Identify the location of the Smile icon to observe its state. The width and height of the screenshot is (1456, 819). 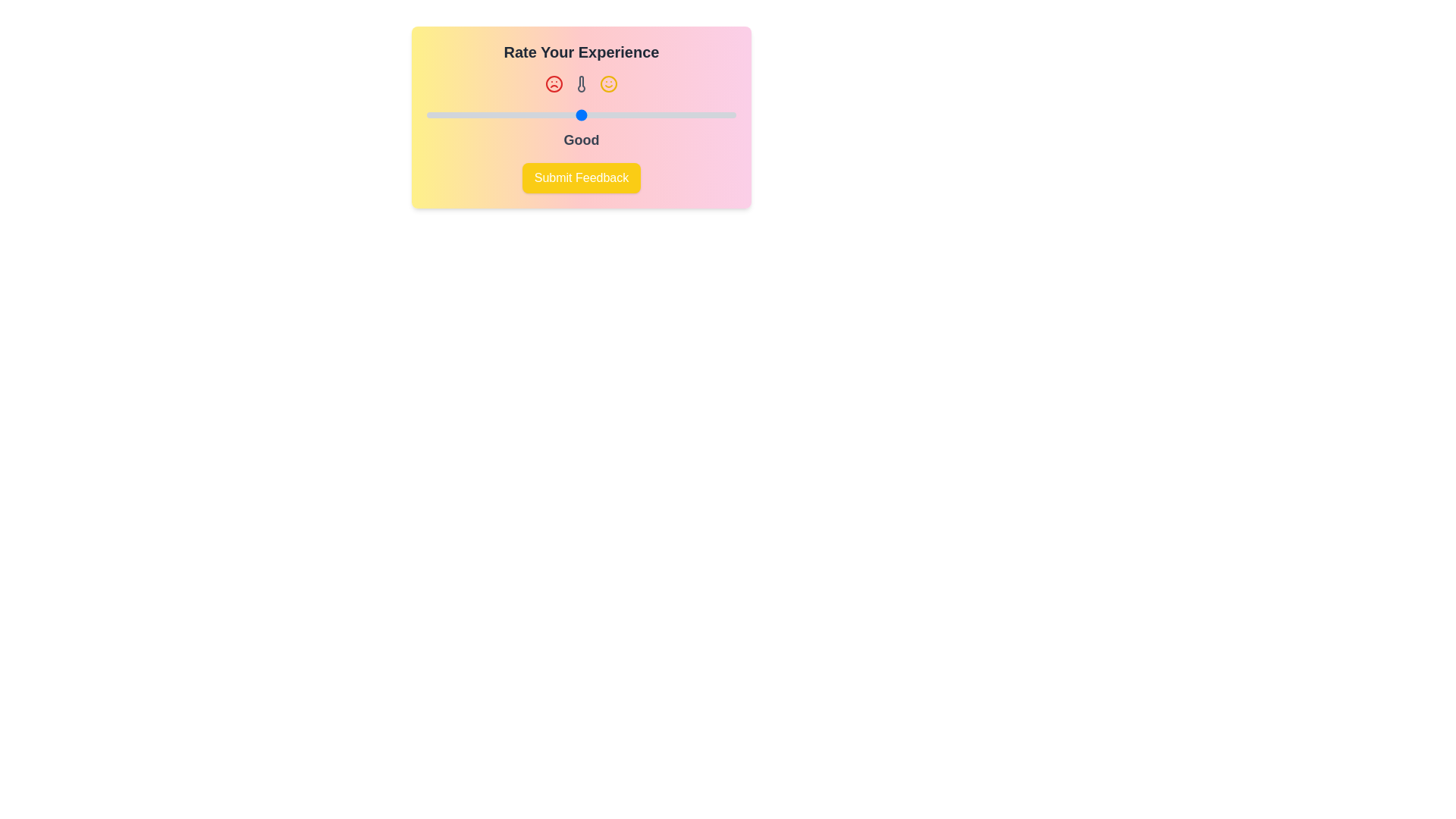
(608, 84).